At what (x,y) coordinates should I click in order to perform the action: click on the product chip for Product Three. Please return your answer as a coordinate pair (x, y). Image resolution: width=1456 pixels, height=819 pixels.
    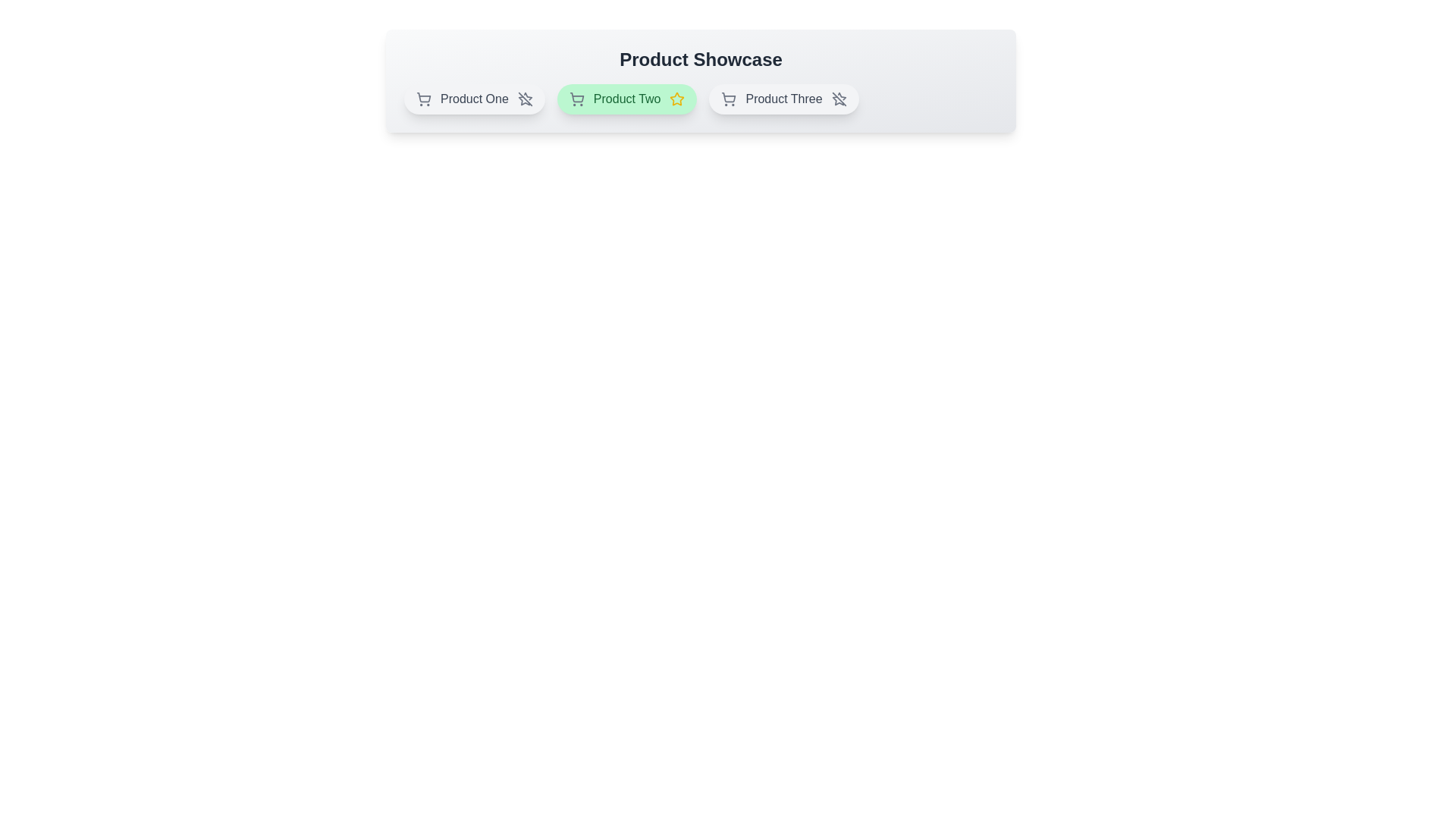
    Looking at the image, I should click on (783, 99).